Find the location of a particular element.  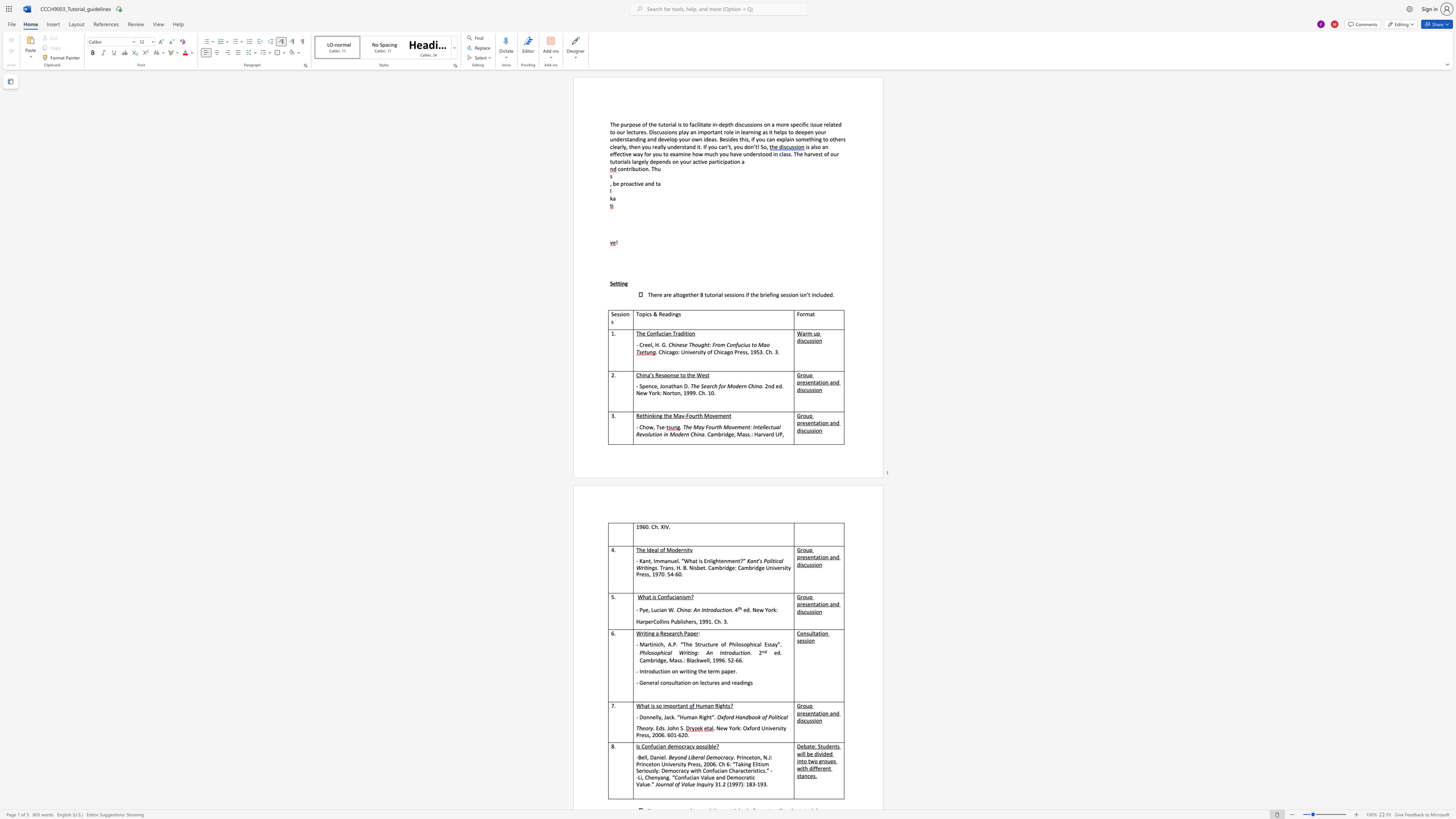

the subset text ": Oxford Univer" within the text ". New York: Oxford University Press, 2006. 601-620." is located at coordinates (739, 727).